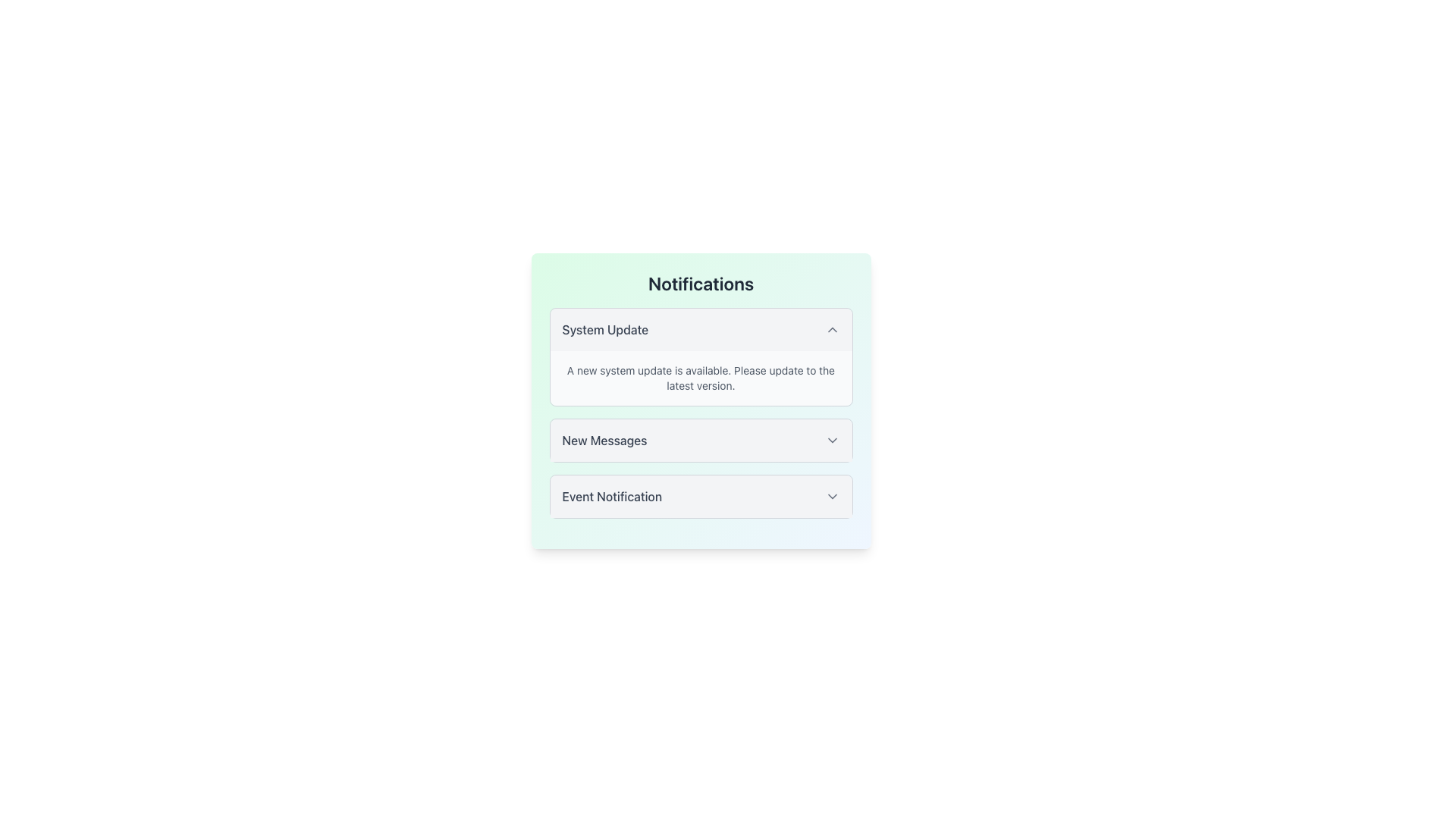  What do you see at coordinates (700, 441) in the screenshot?
I see `the 'New Messages' dropdown toggle, which is the second item in the Notifications list` at bounding box center [700, 441].